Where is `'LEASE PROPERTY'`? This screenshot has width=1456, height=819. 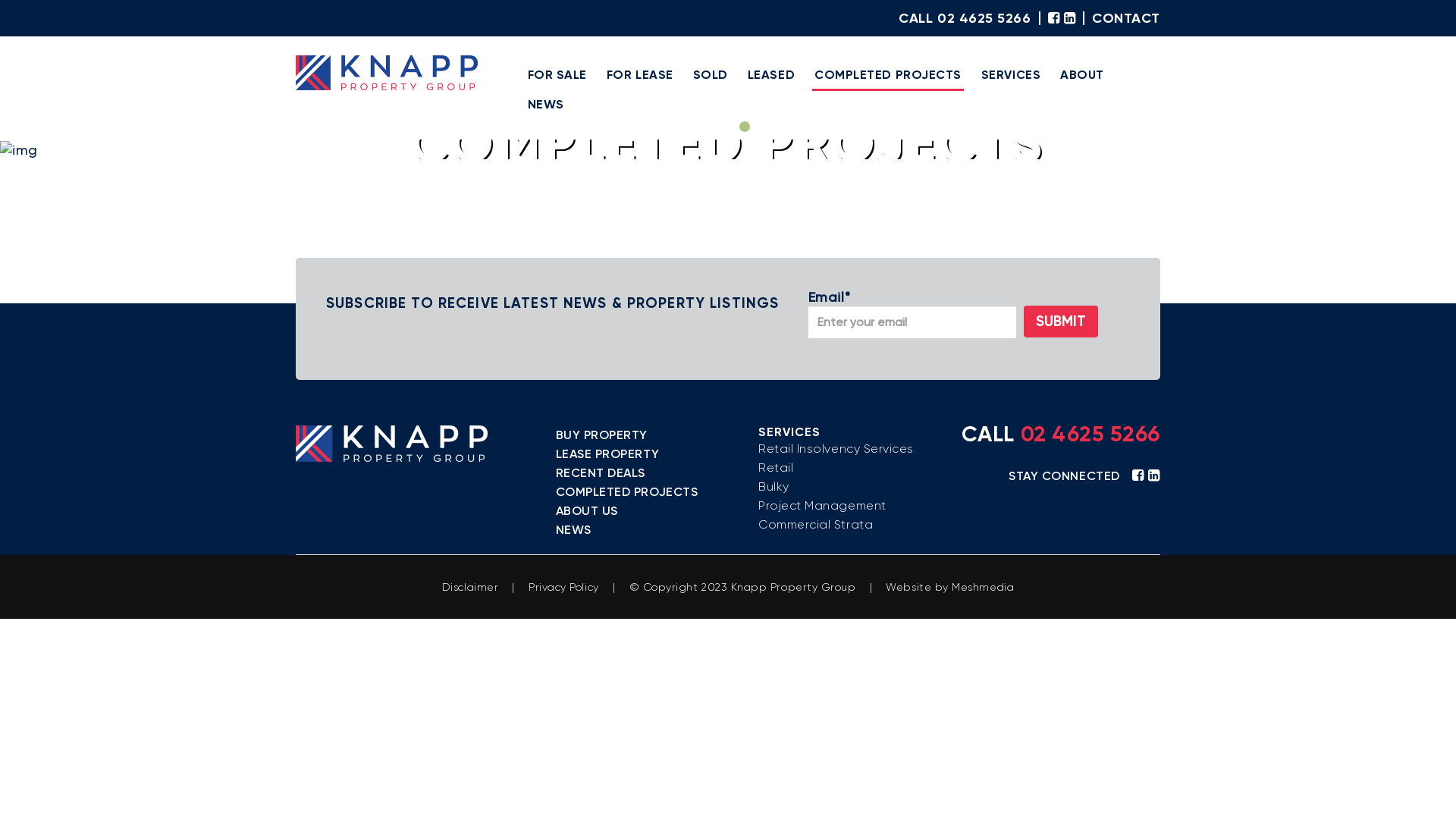
'LEASE PROPERTY' is located at coordinates (607, 453).